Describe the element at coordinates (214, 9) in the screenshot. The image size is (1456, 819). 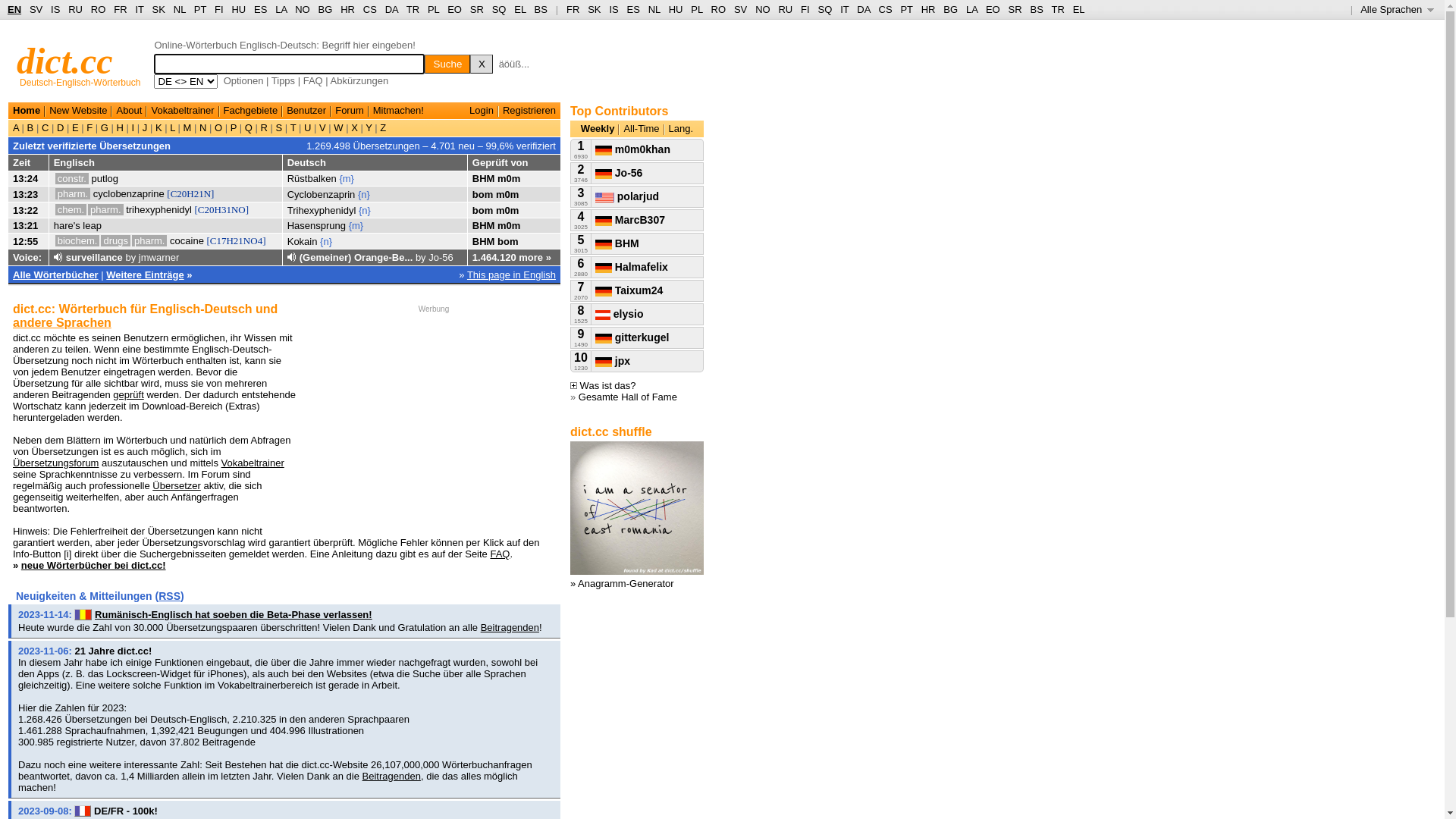
I see `'FI'` at that location.